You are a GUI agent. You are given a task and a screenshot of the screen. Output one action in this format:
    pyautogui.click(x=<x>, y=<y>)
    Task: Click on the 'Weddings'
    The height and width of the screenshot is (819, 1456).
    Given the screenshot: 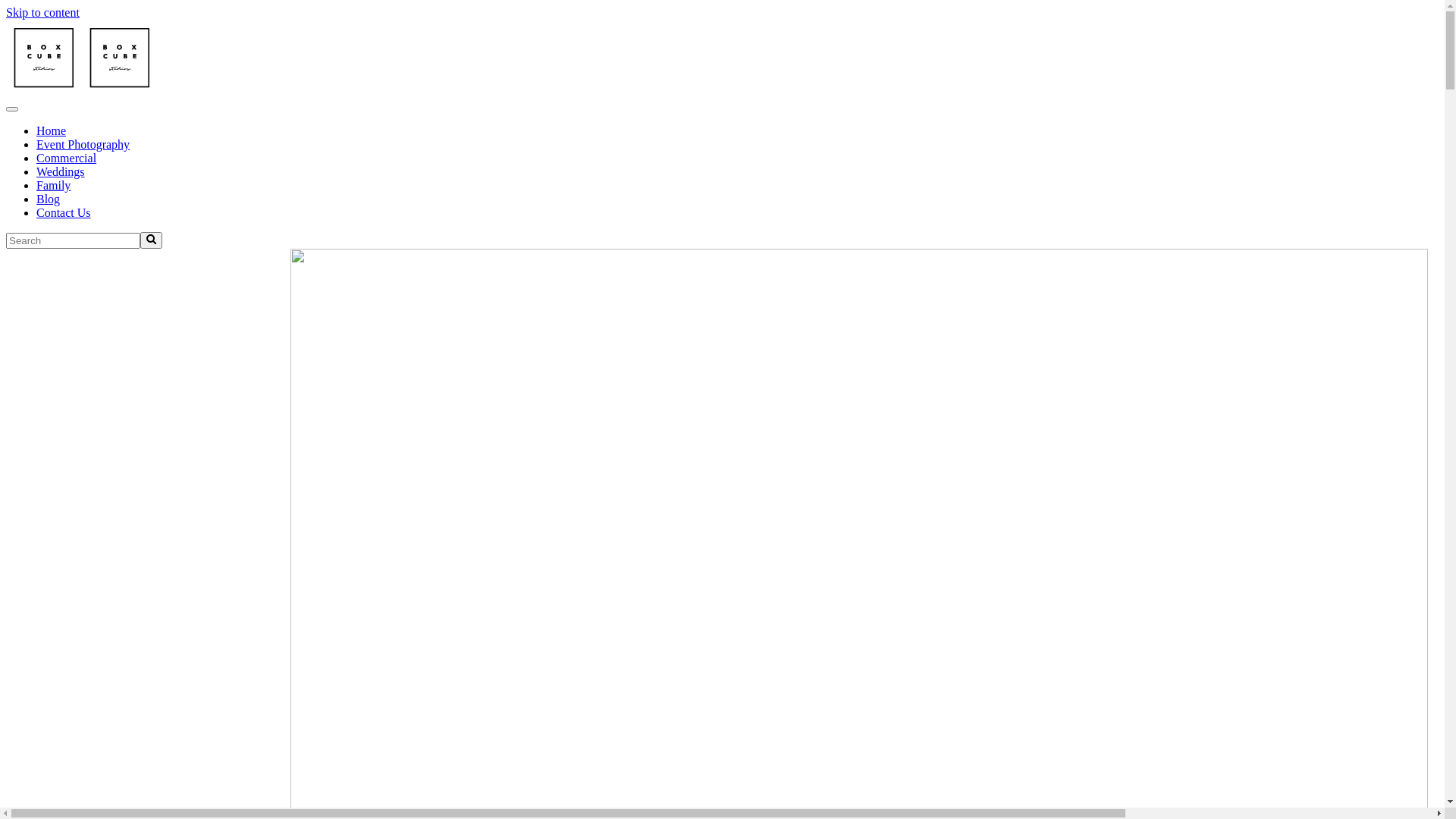 What is the action you would take?
    pyautogui.click(x=61, y=171)
    